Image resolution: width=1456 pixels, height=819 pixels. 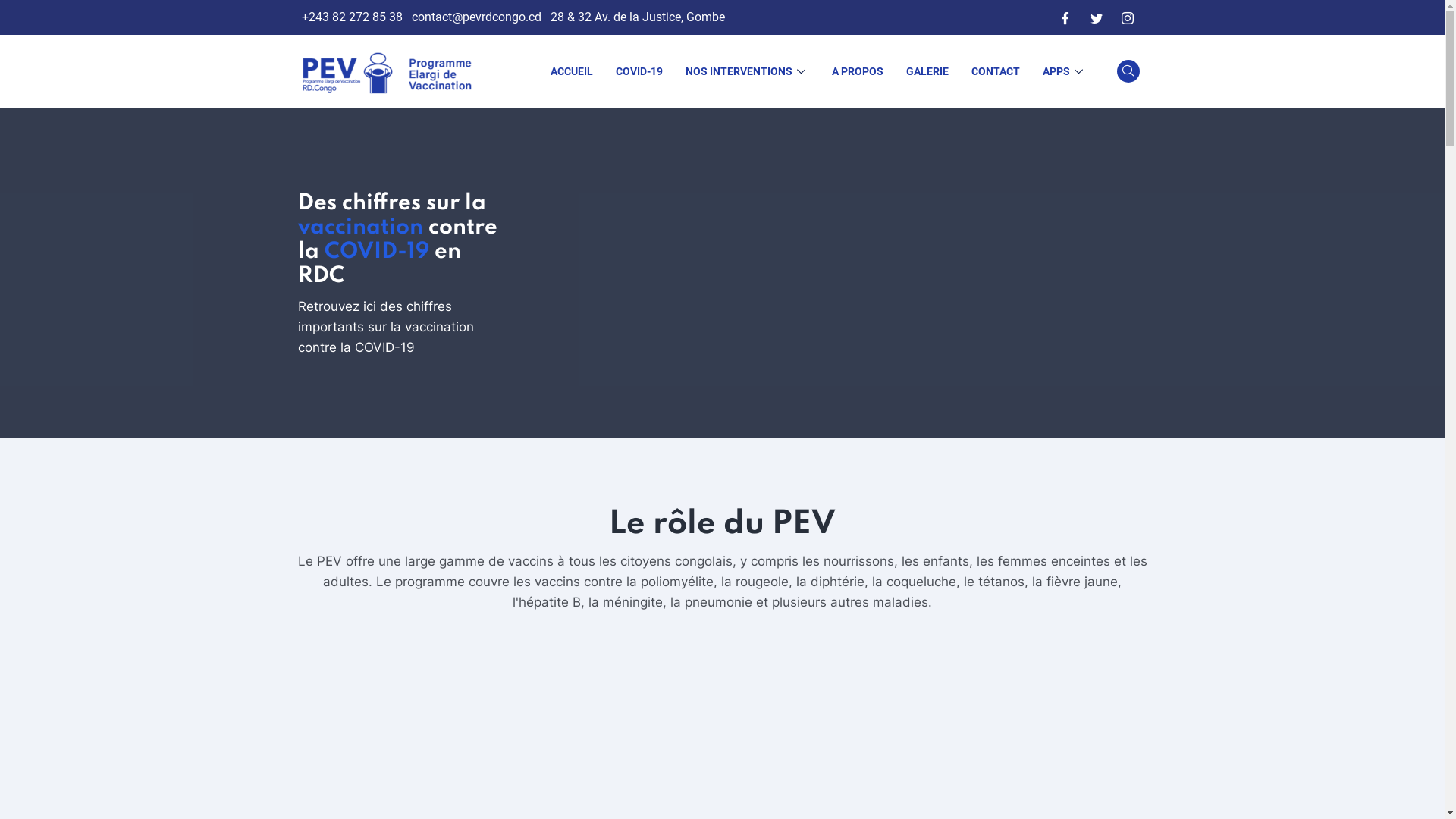 What do you see at coordinates (746, 71) in the screenshot?
I see `'NOS INTERVENTIONS'` at bounding box center [746, 71].